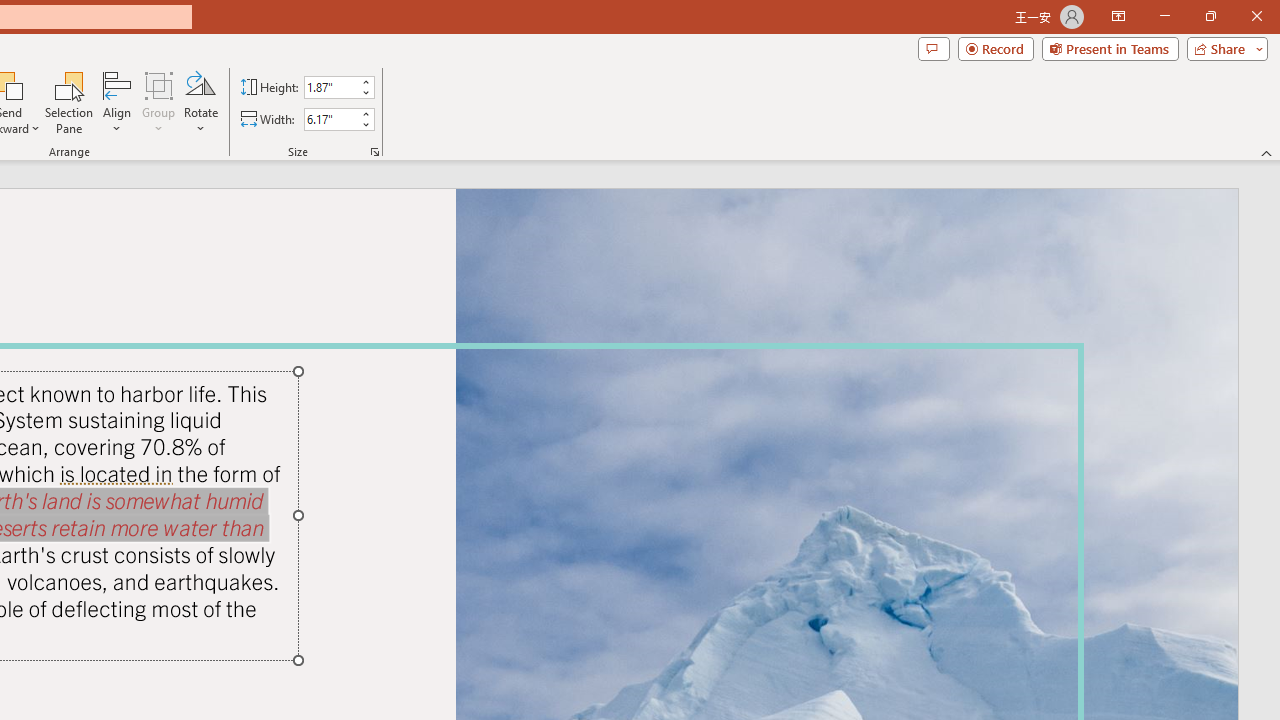  I want to click on 'Ribbon Display Options', so click(1117, 16).